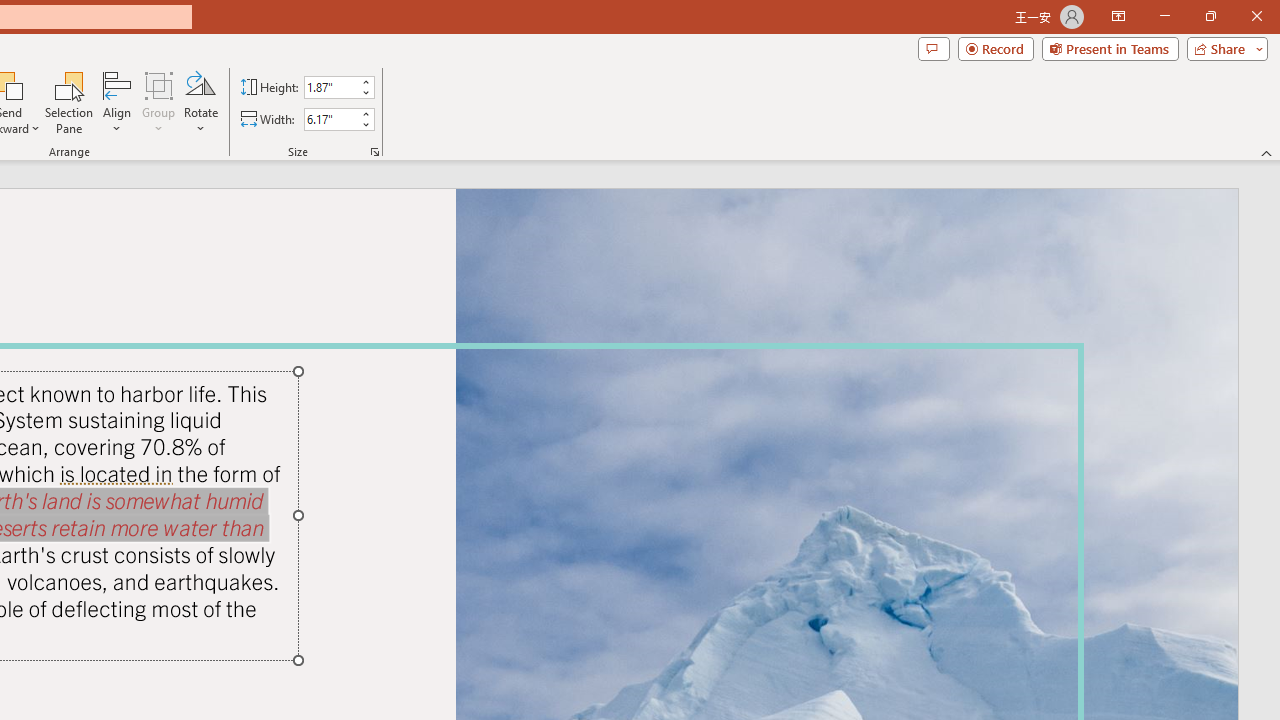  I want to click on 'Ribbon Display Options', so click(1117, 16).